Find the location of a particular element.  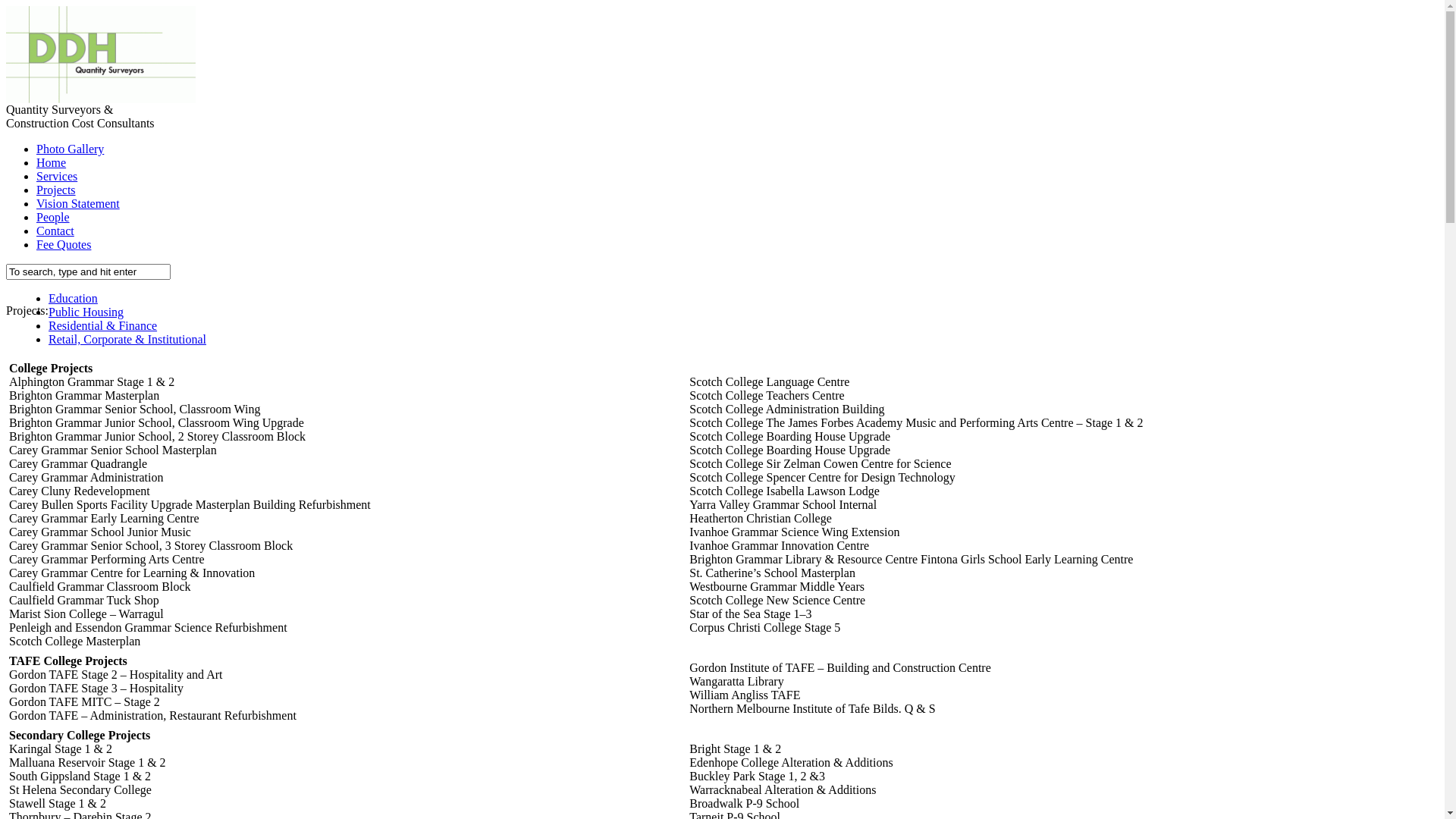

'Home' is located at coordinates (51, 162).